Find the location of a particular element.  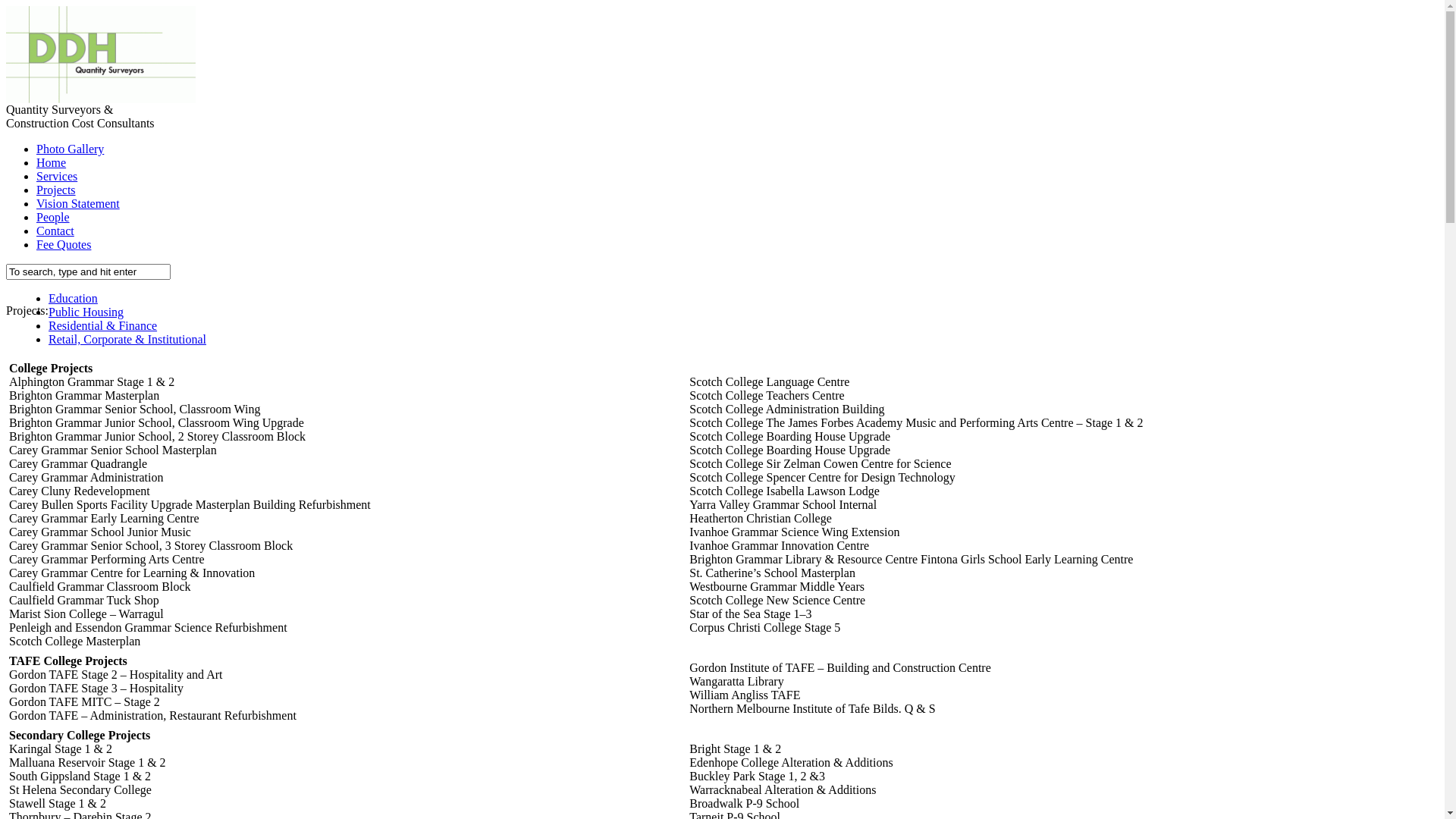

'Home' is located at coordinates (51, 162).